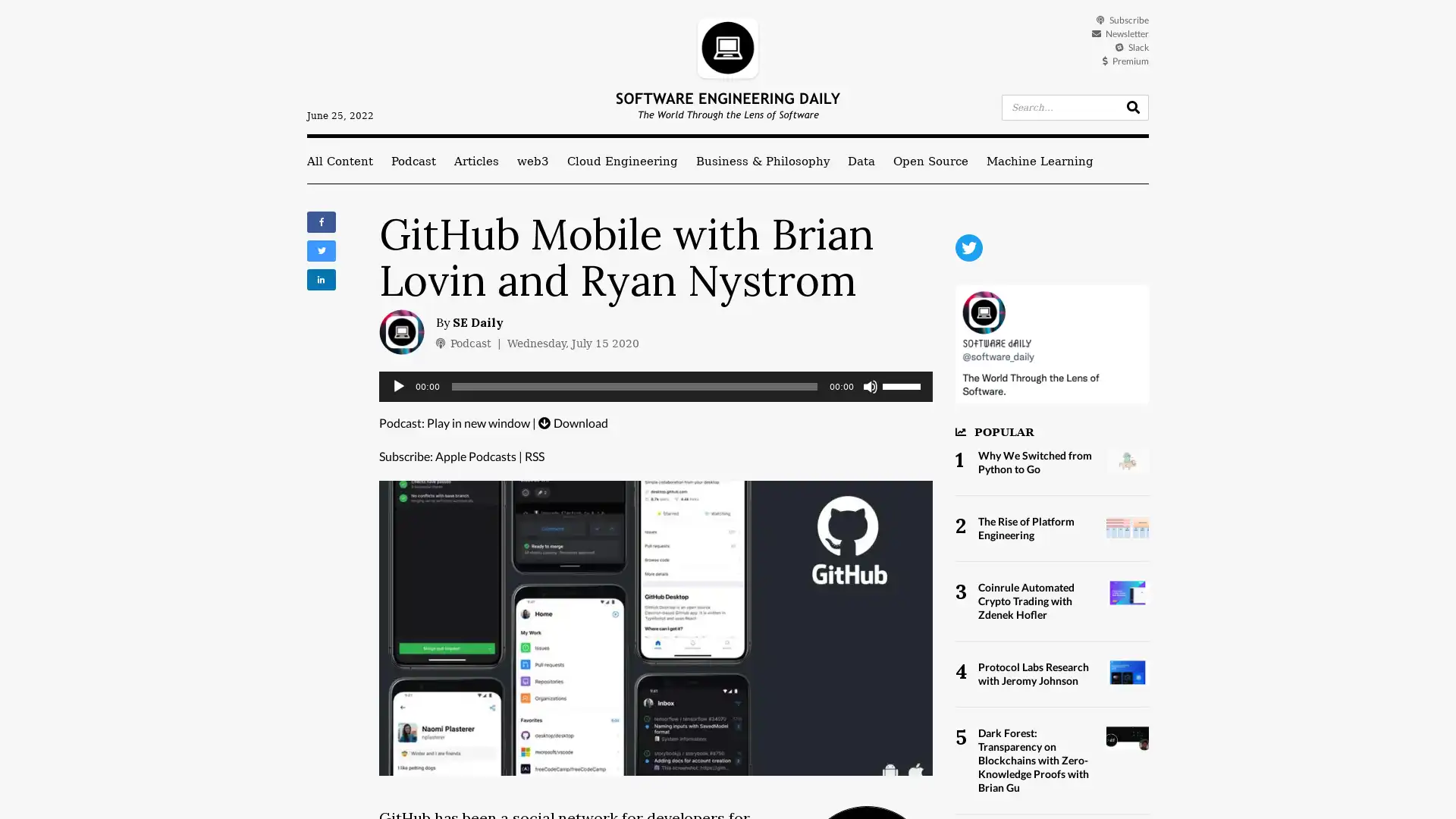  I want to click on Mute, so click(870, 385).